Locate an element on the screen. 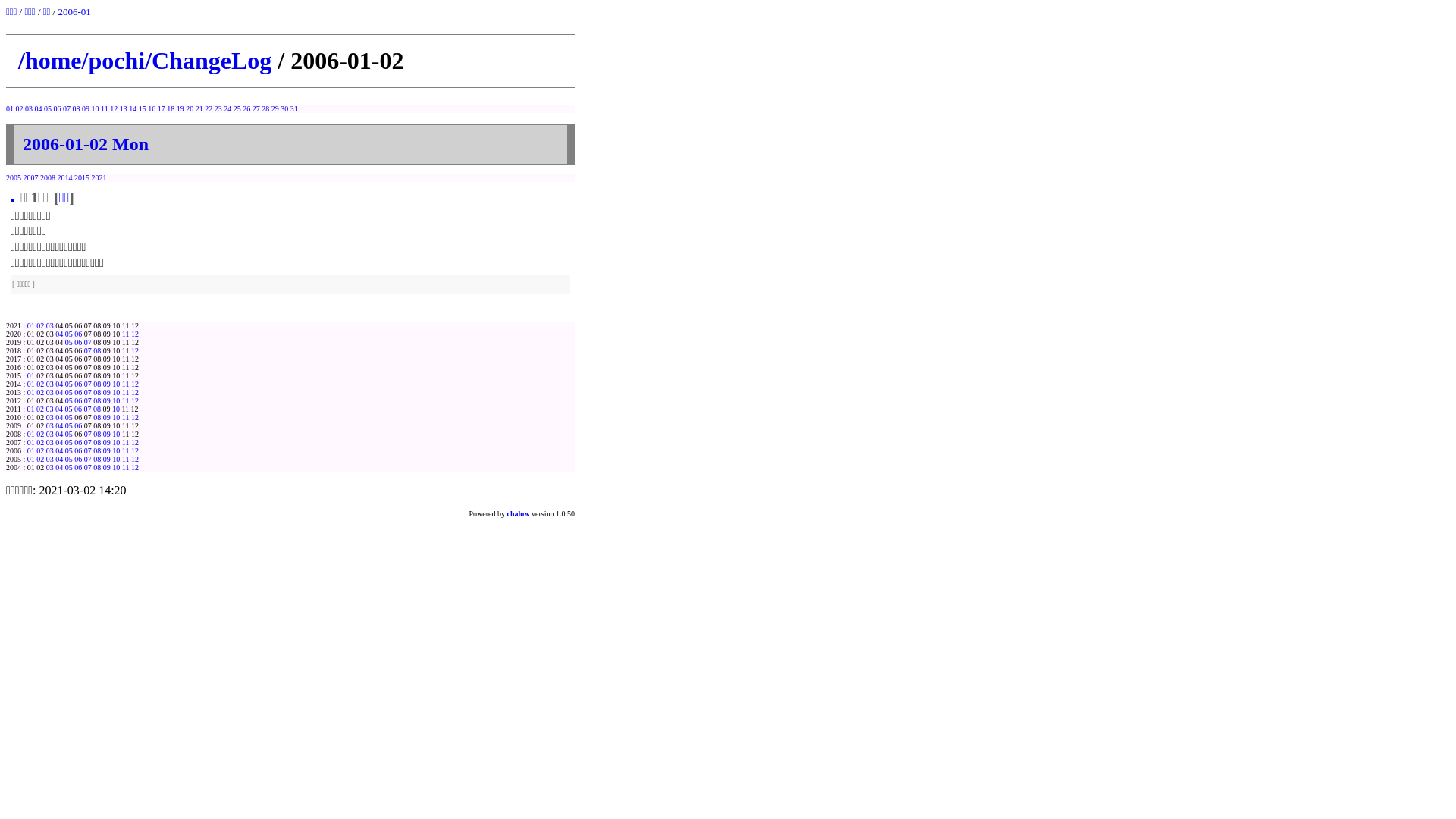 Image resolution: width=1456 pixels, height=819 pixels. '07' is located at coordinates (86, 342).